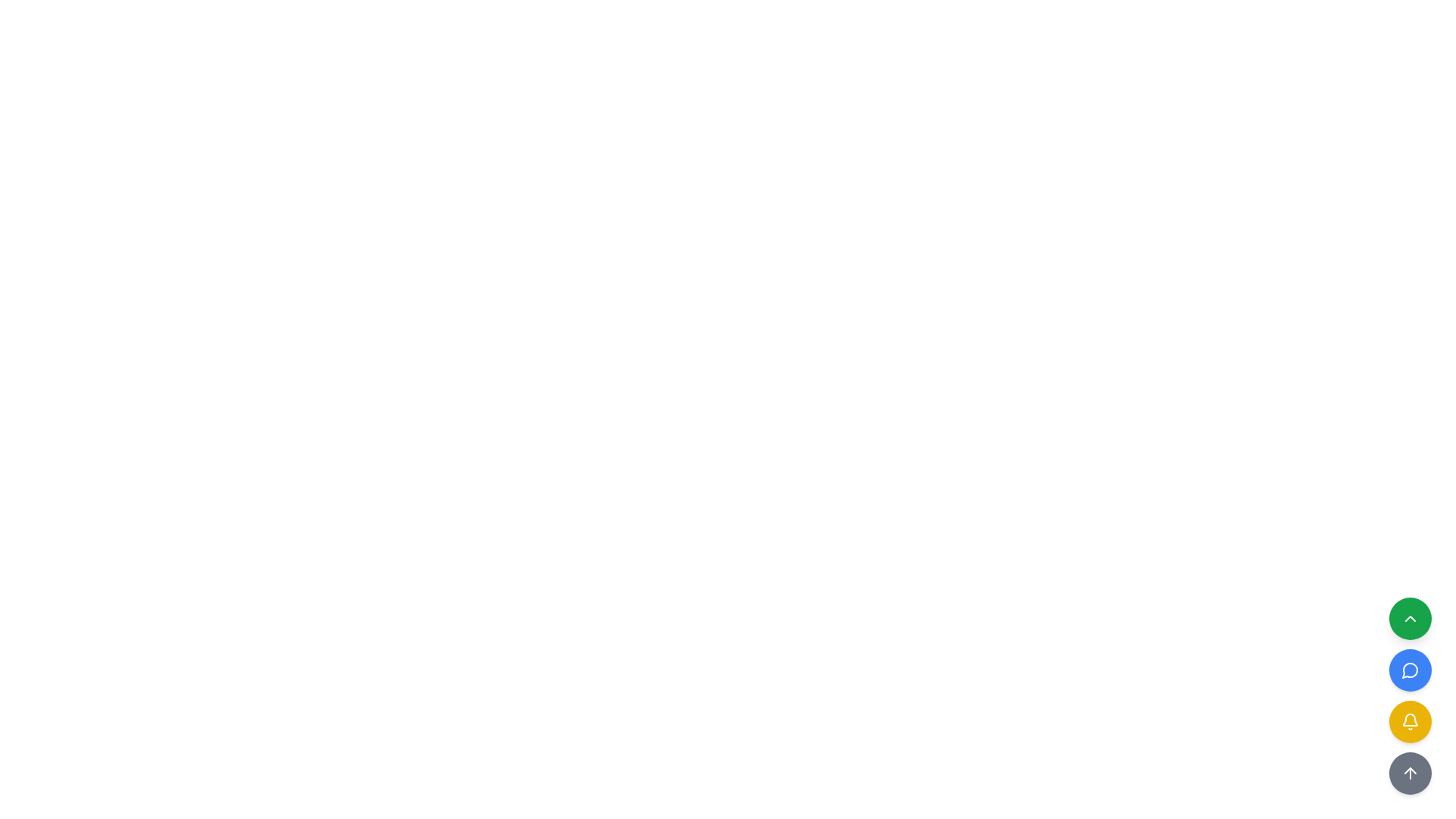 The height and width of the screenshot is (819, 1456). I want to click on the circular green button with a white upward arrow at the bottom-right corner of the interface to initiate an action, so click(1410, 619).